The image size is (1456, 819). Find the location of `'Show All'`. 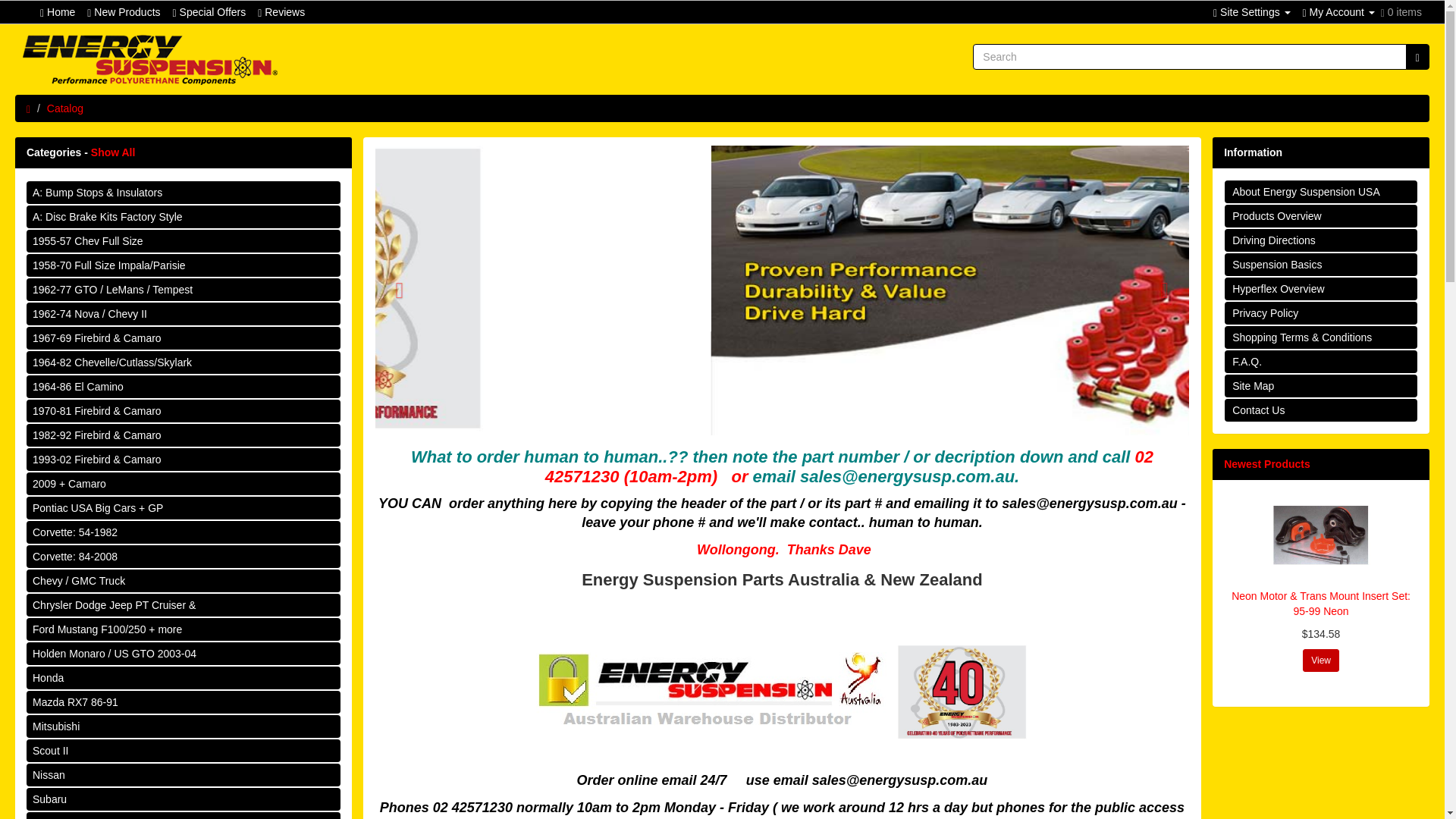

'Show All' is located at coordinates (112, 152).